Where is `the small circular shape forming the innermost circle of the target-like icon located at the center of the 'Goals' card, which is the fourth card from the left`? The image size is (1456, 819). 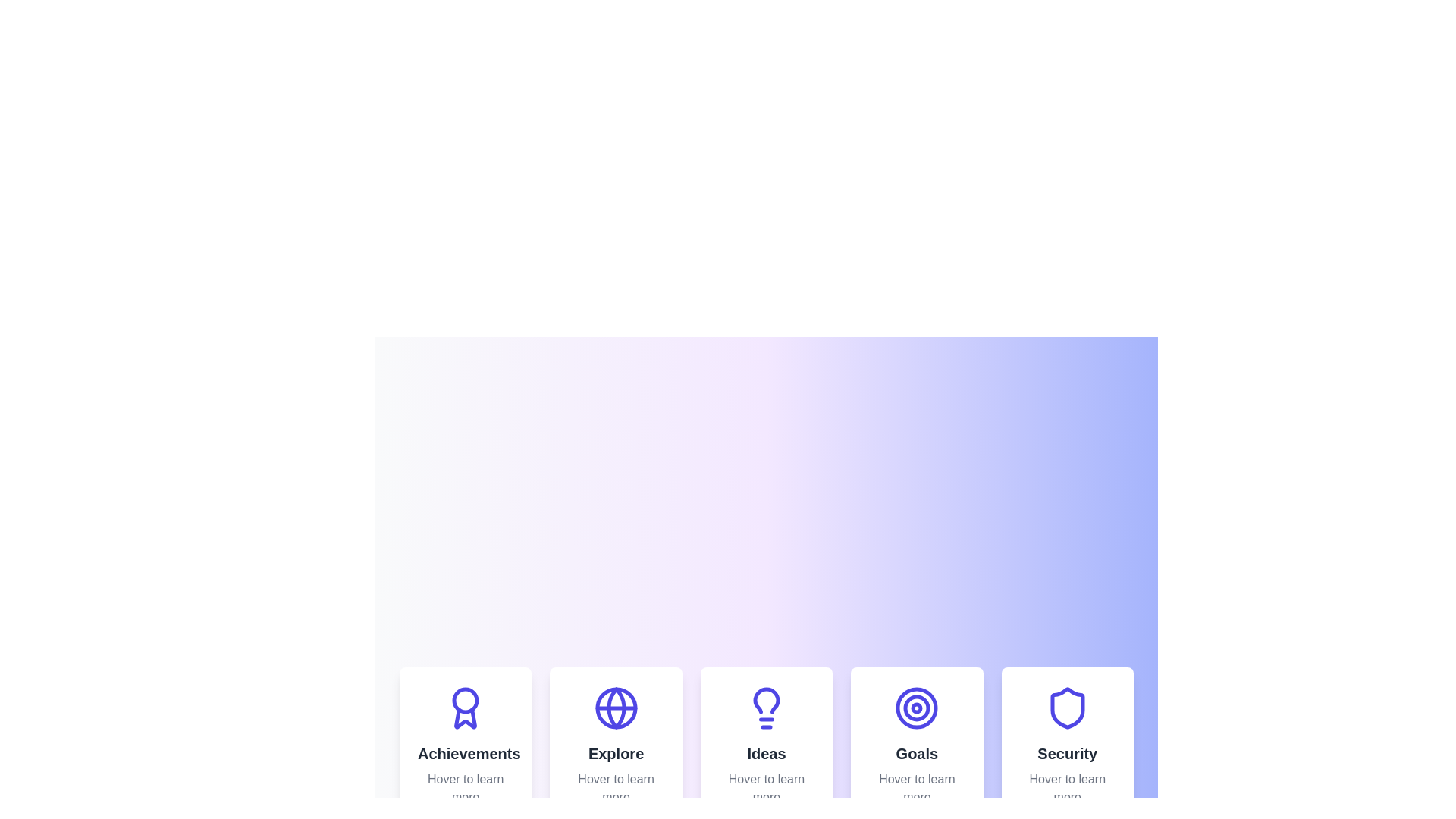
the small circular shape forming the innermost circle of the target-like icon located at the center of the 'Goals' card, which is the fourth card from the left is located at coordinates (916, 708).